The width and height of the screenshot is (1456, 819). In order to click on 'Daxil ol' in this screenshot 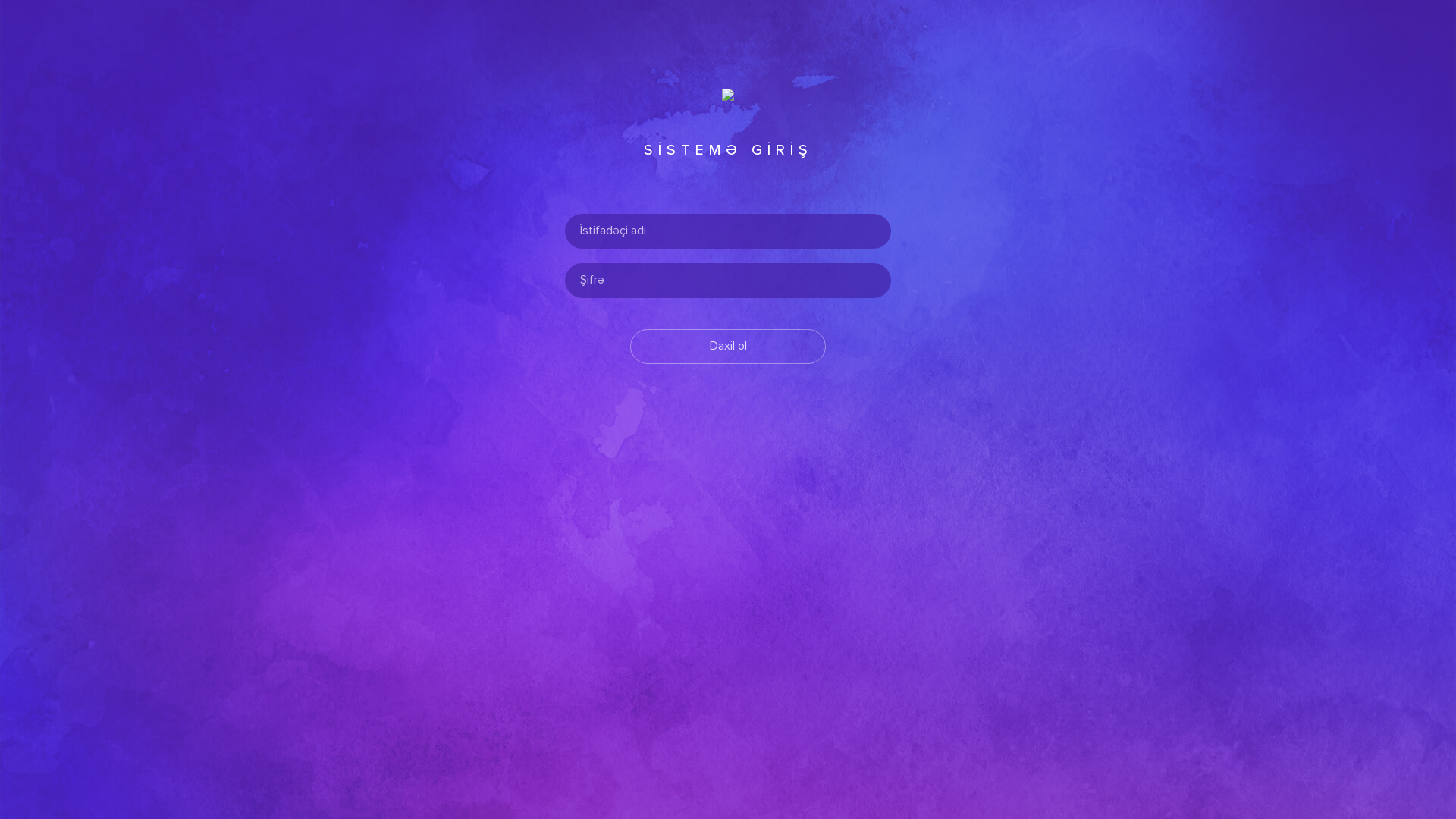, I will do `click(728, 346)`.